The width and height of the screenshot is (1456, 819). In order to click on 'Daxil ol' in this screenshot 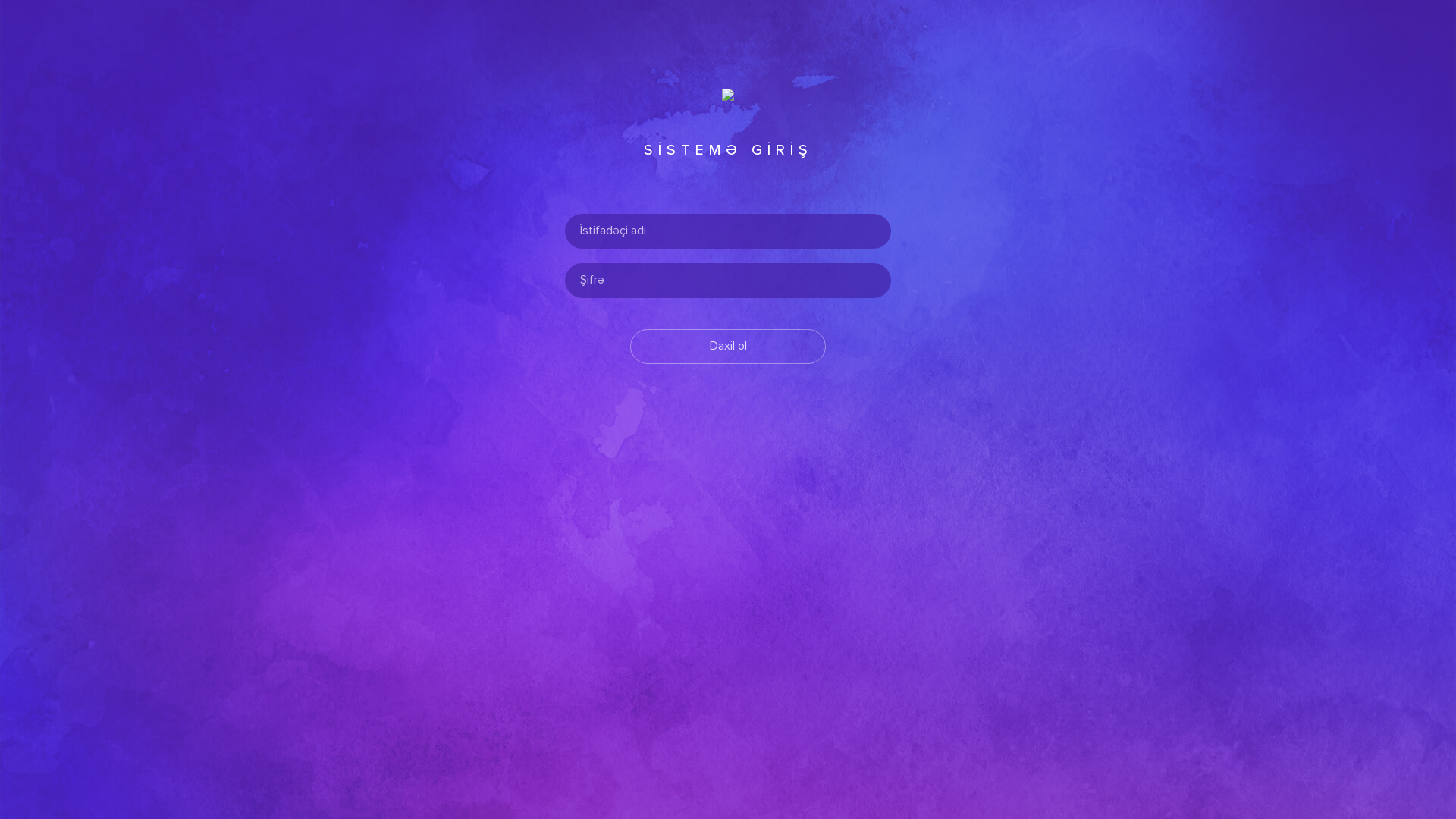, I will do `click(728, 346)`.